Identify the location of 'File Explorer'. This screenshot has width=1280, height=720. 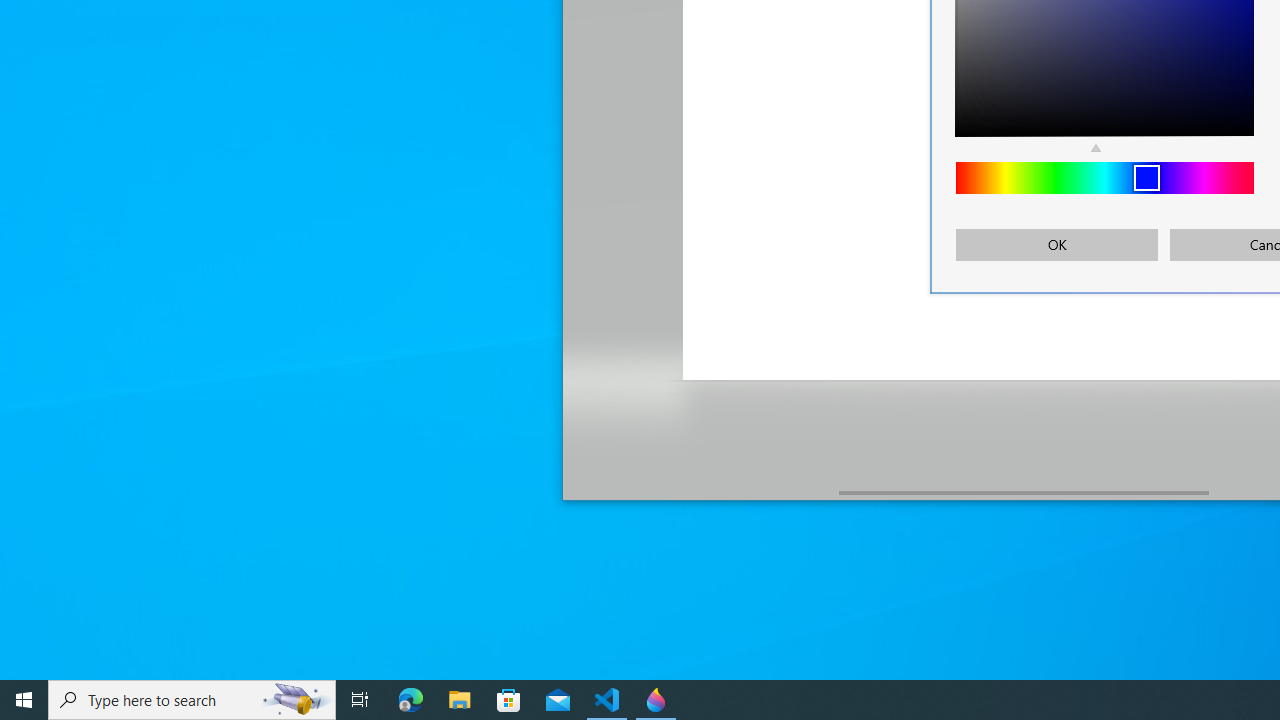
(459, 698).